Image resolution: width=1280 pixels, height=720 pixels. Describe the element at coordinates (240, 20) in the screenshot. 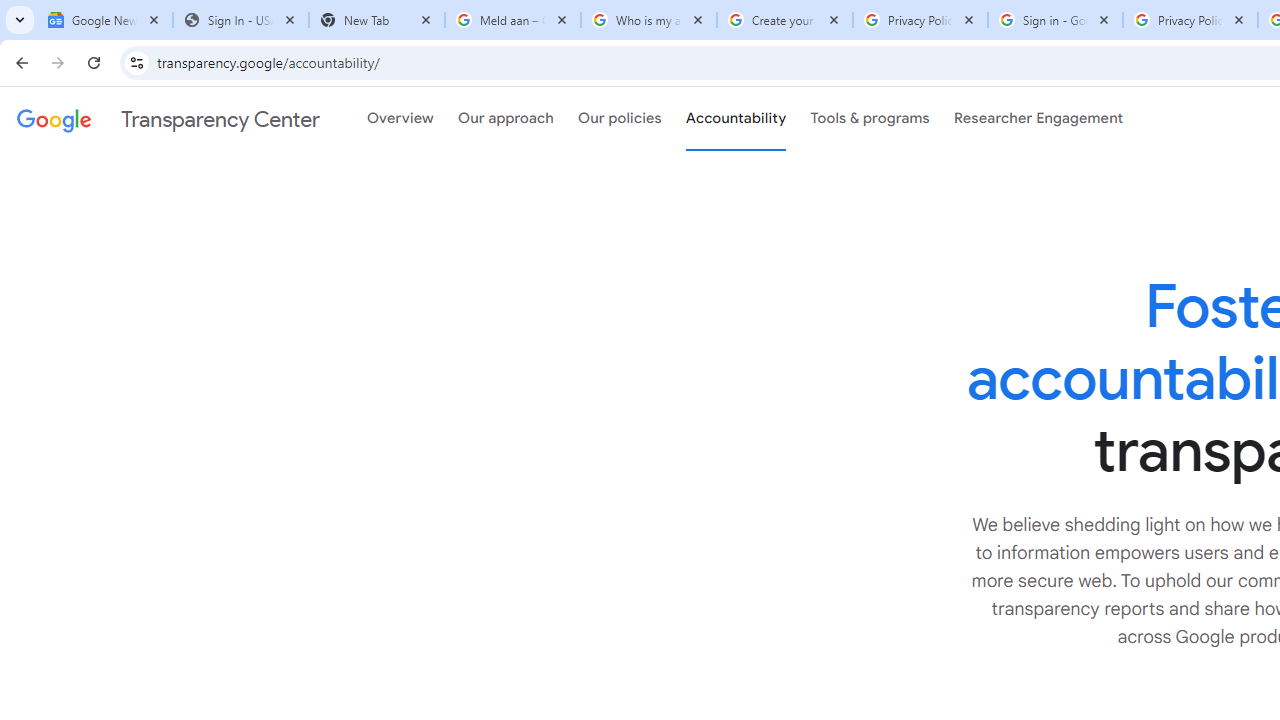

I see `'Sign In - USA TODAY'` at that location.